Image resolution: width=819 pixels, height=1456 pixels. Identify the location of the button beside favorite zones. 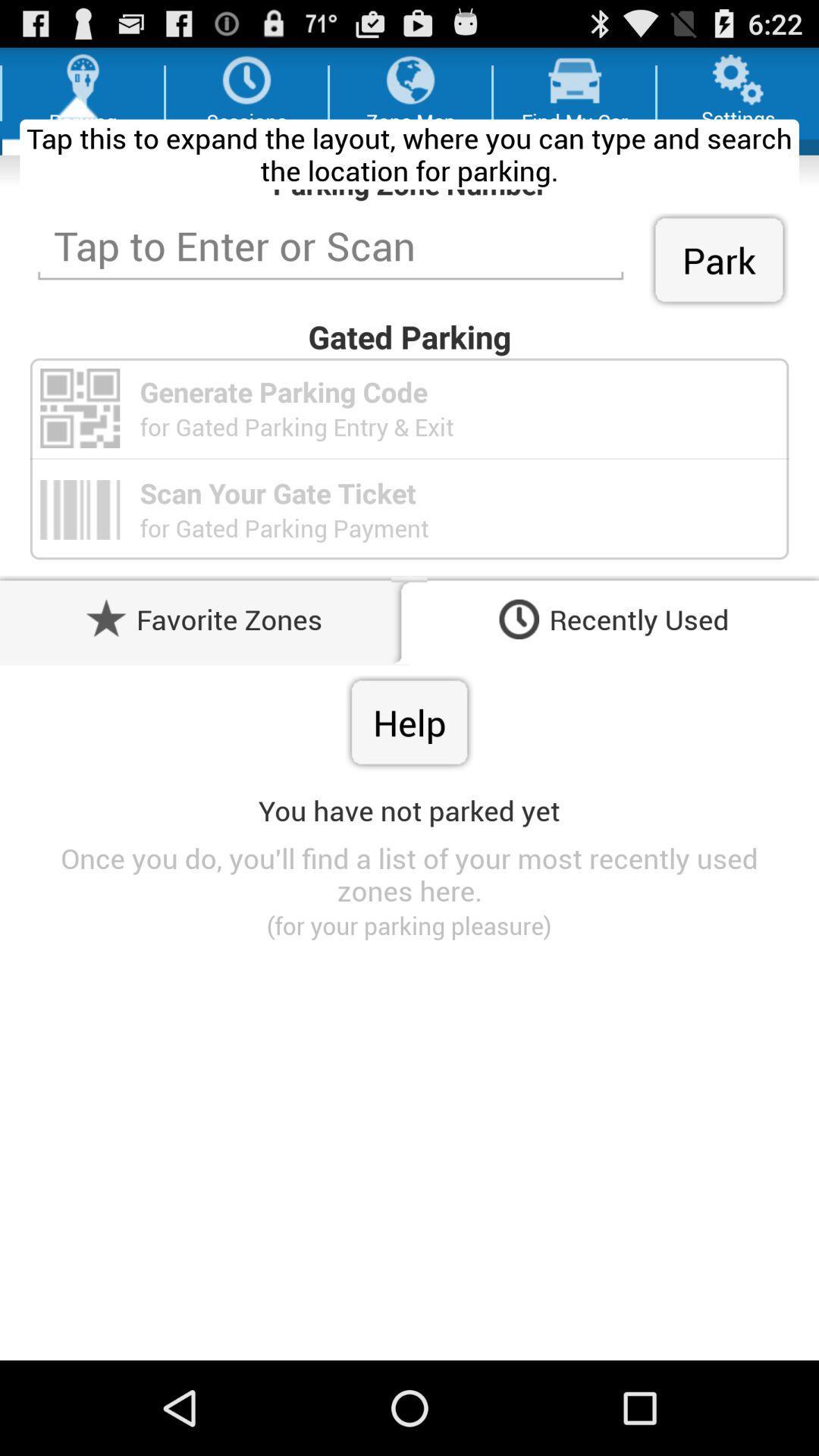
(105, 619).